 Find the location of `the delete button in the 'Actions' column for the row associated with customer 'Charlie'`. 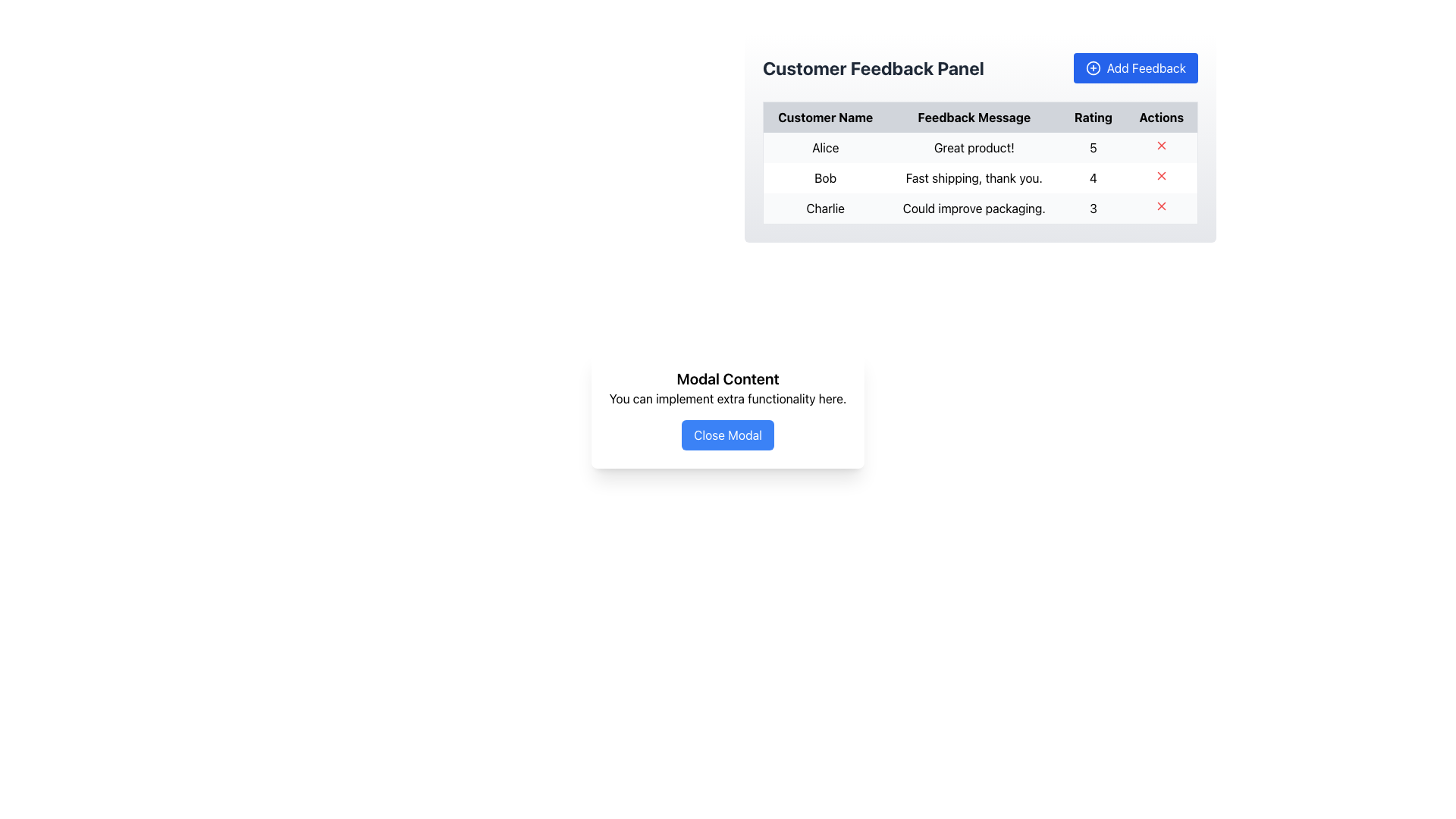

the delete button in the 'Actions' column for the row associated with customer 'Charlie' is located at coordinates (1161, 209).